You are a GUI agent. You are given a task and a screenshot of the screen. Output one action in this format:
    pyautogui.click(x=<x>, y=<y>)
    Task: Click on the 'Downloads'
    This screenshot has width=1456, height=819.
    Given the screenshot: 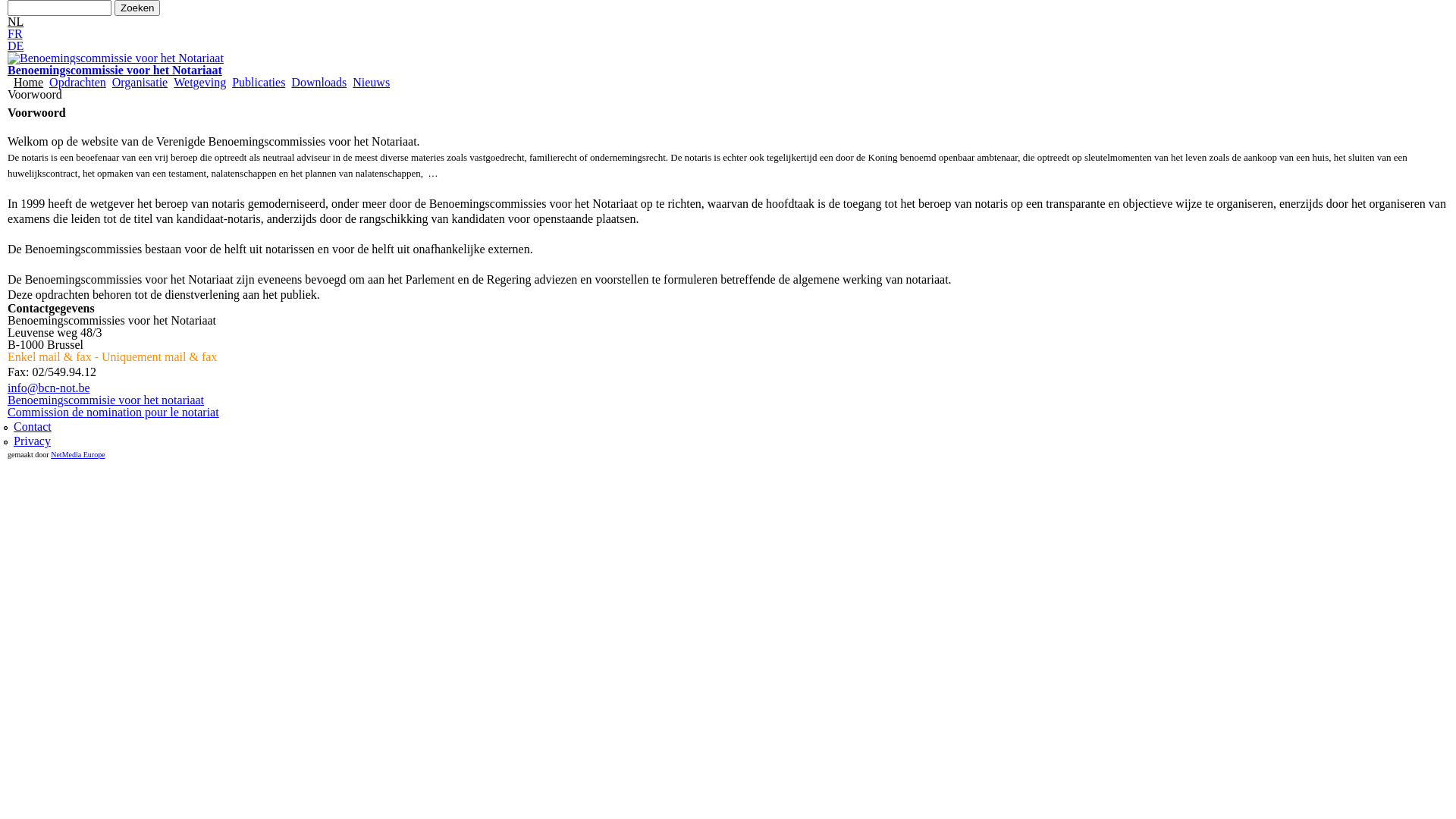 What is the action you would take?
    pyautogui.click(x=318, y=82)
    